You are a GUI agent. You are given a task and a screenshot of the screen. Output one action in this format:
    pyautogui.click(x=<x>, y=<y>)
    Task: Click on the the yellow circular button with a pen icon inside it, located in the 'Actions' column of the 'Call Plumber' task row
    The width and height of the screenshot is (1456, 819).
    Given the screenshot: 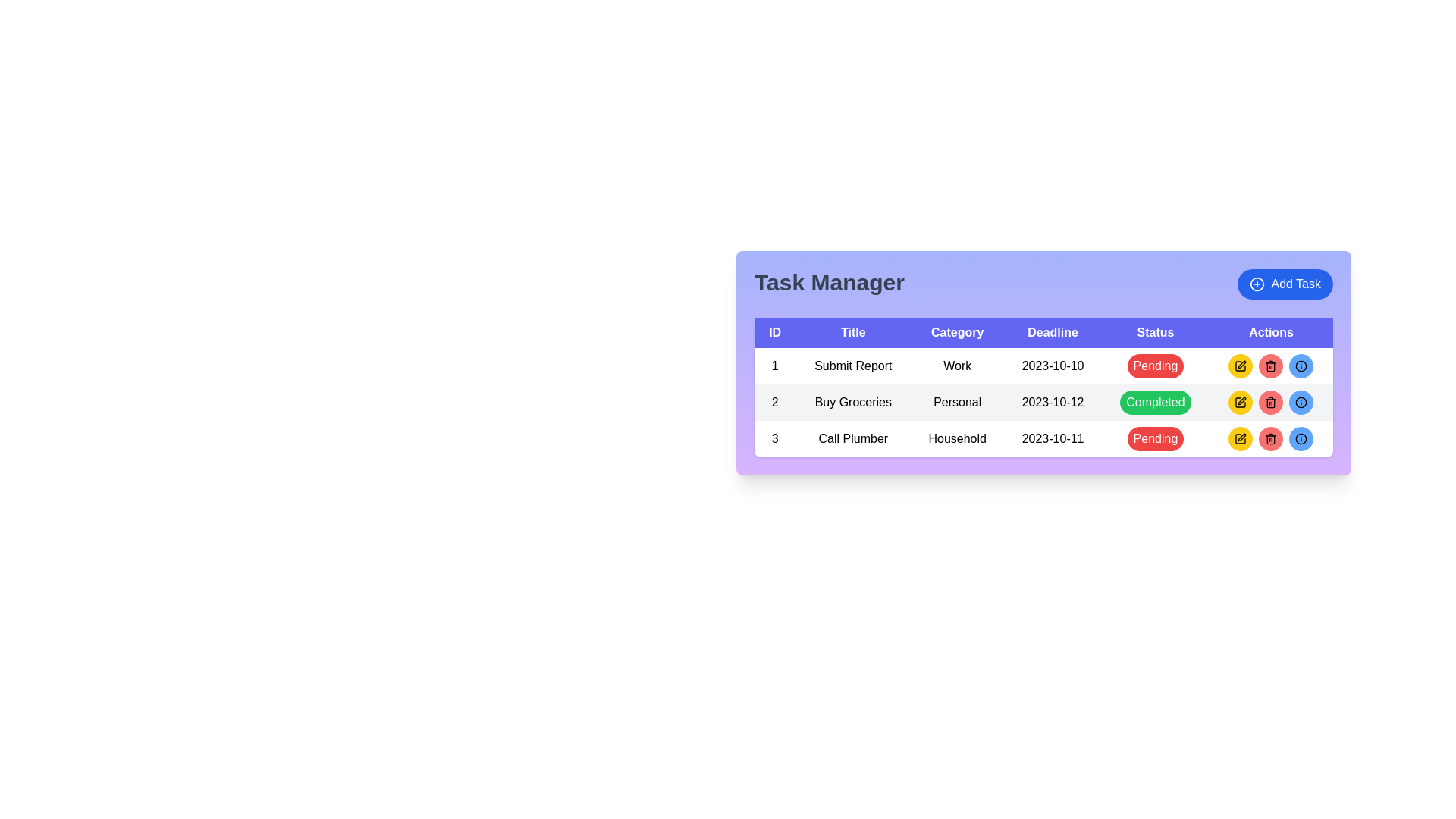 What is the action you would take?
    pyautogui.click(x=1241, y=438)
    